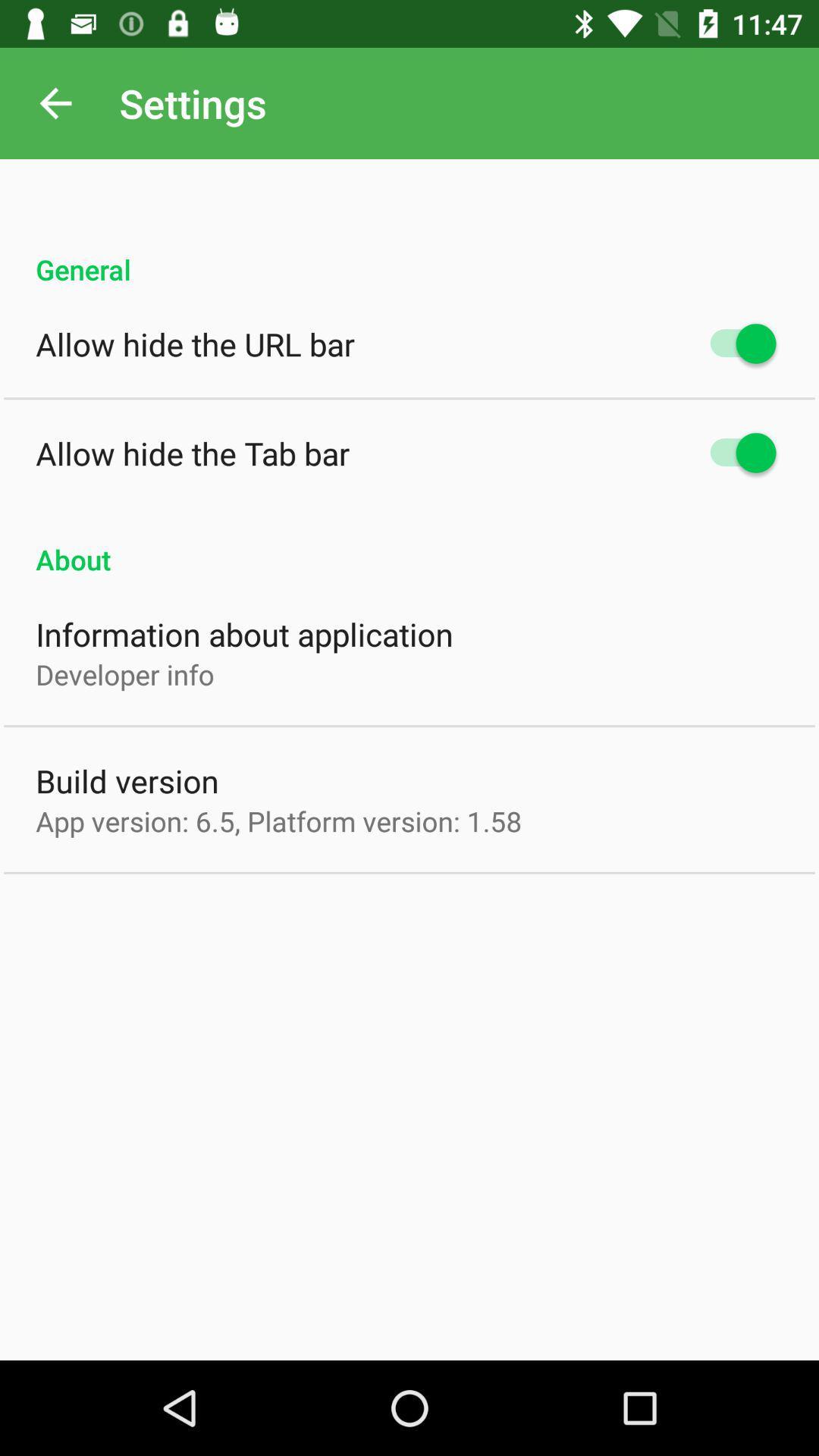 The width and height of the screenshot is (819, 1456). What do you see at coordinates (55, 102) in the screenshot?
I see `the app to the left of the settings app` at bounding box center [55, 102].